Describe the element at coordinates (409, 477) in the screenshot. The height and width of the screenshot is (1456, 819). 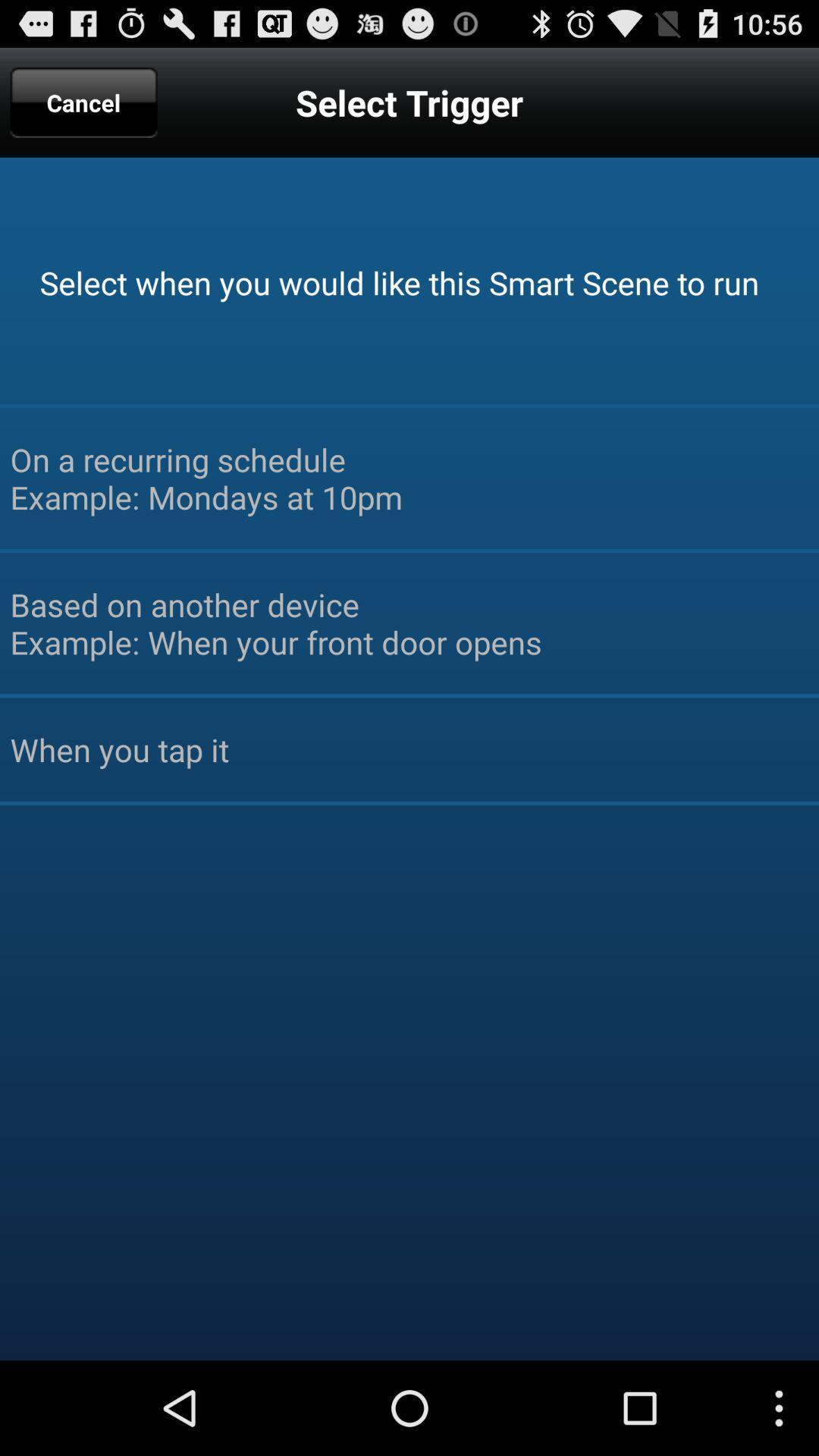
I see `the item above based on another app` at that location.